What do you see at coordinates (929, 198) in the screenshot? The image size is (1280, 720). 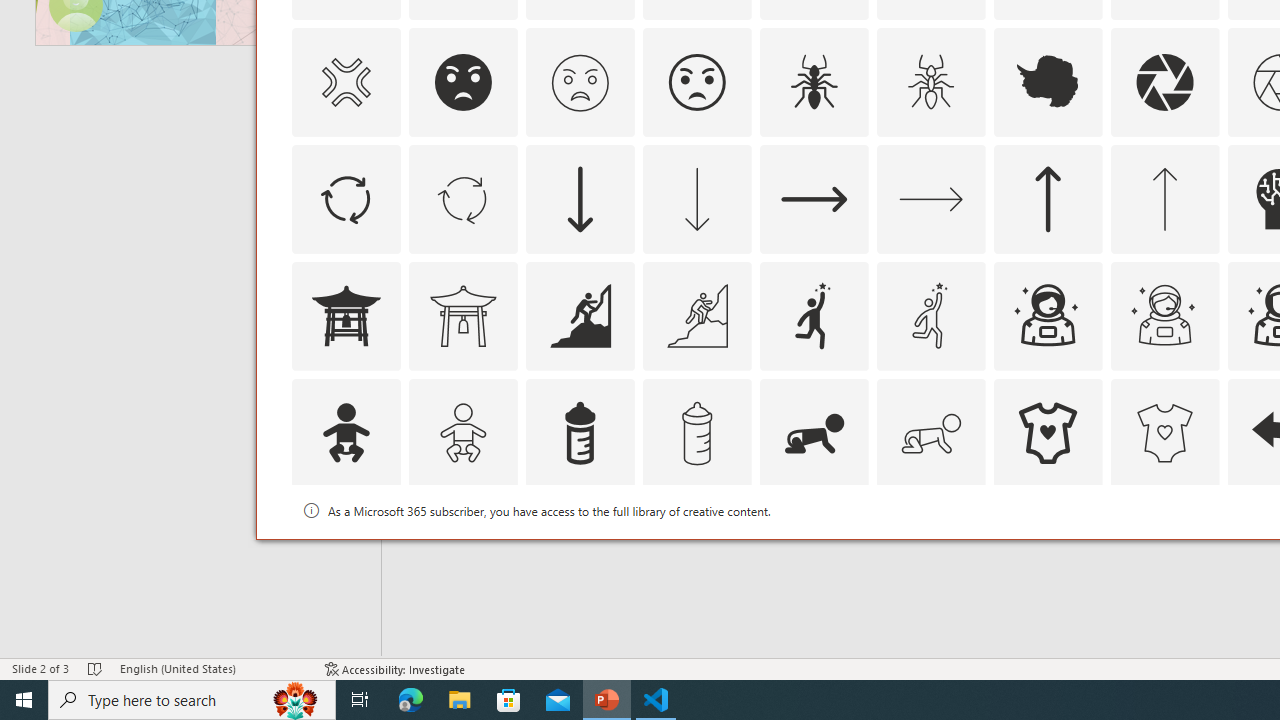 I see `'AutomationID: Icons_ArrowRight_M'` at bounding box center [929, 198].